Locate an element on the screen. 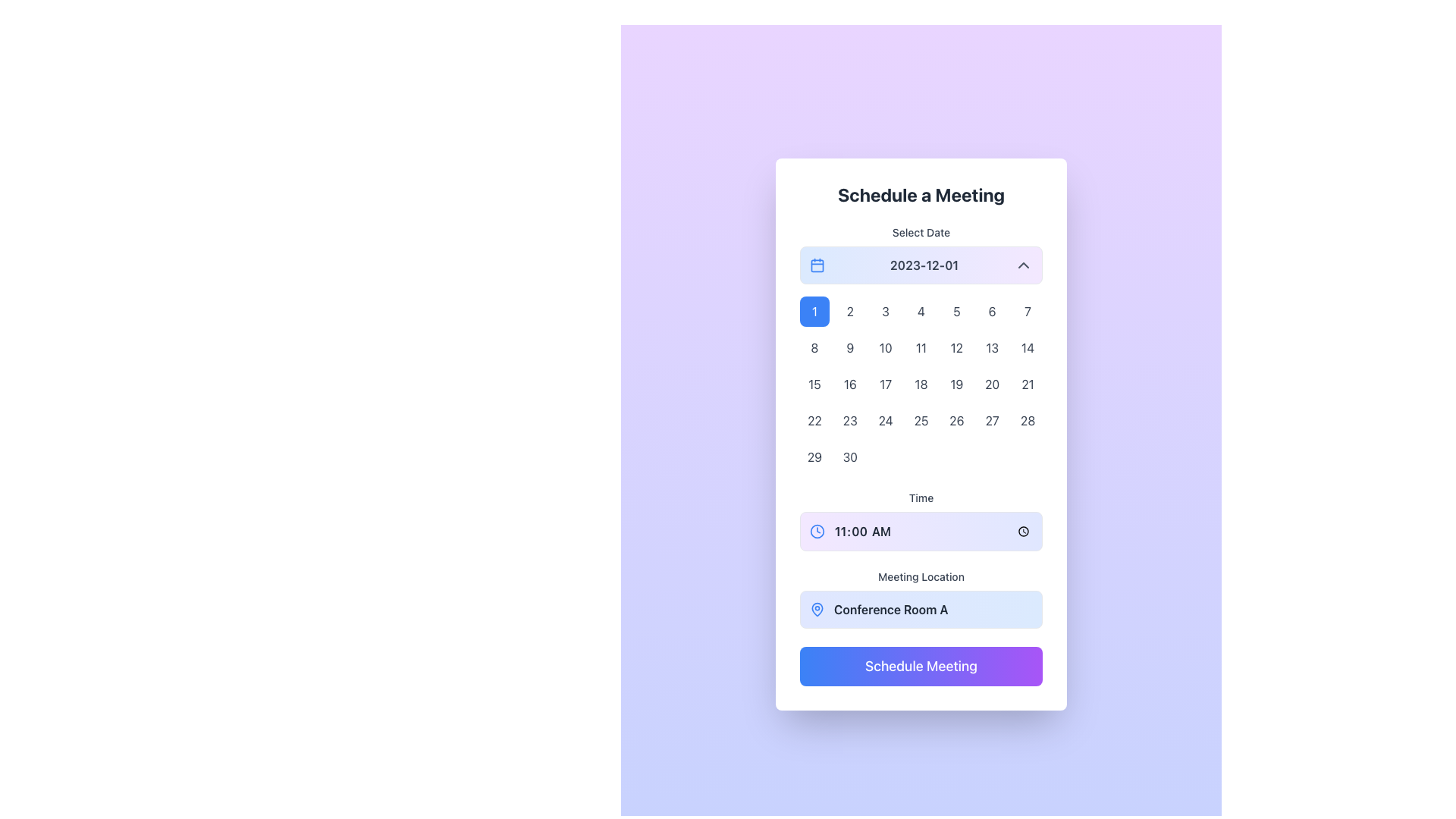  the light gray button with the digit '2' in a gray font, located in the second position of the first row of a calendar grid is located at coordinates (850, 311).